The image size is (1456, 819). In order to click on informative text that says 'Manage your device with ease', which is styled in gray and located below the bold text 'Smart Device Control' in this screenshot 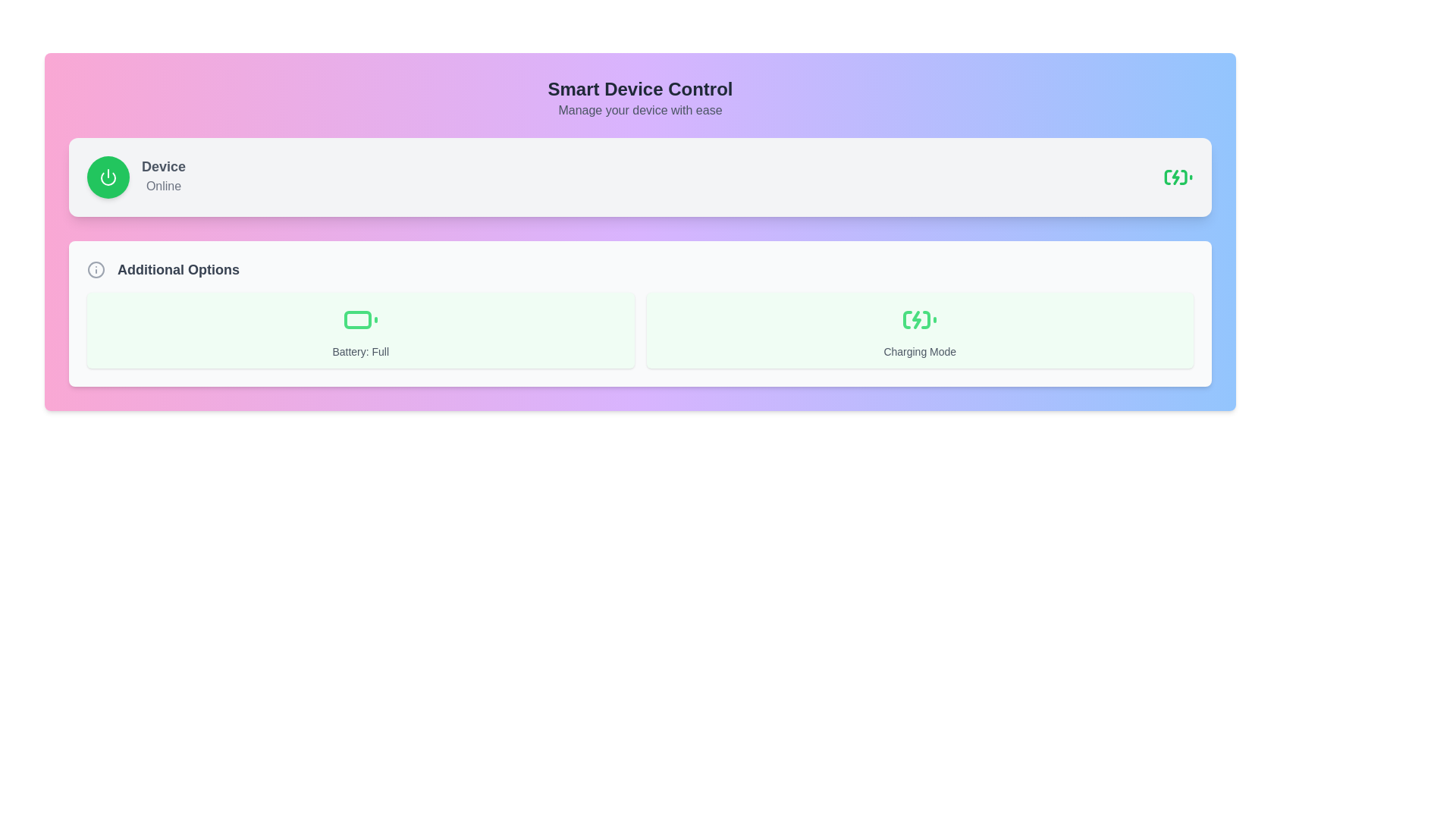, I will do `click(640, 110)`.